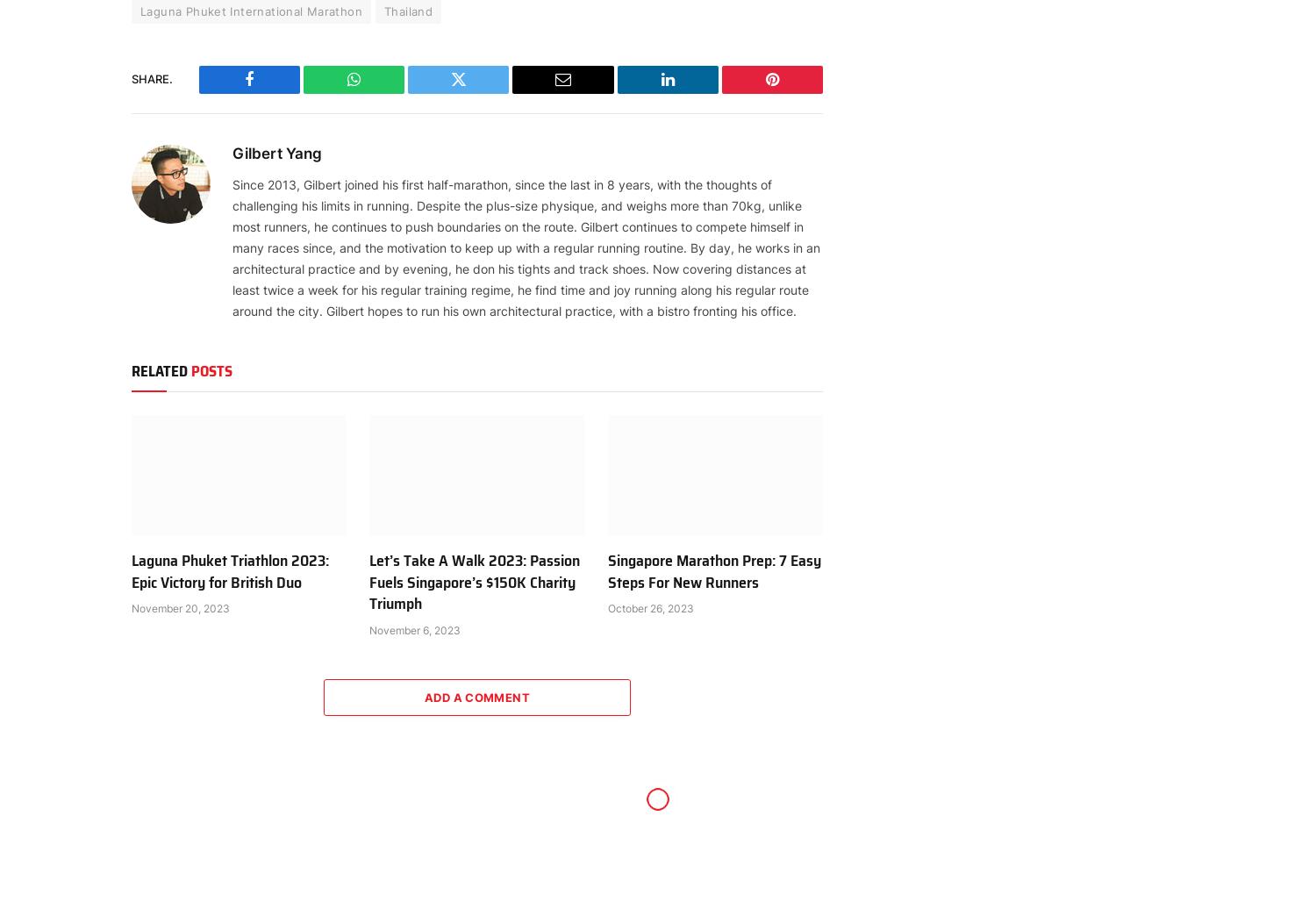  Describe the element at coordinates (712, 570) in the screenshot. I see `'Singapore Marathon Prep: 7 Easy Steps For New Runners'` at that location.